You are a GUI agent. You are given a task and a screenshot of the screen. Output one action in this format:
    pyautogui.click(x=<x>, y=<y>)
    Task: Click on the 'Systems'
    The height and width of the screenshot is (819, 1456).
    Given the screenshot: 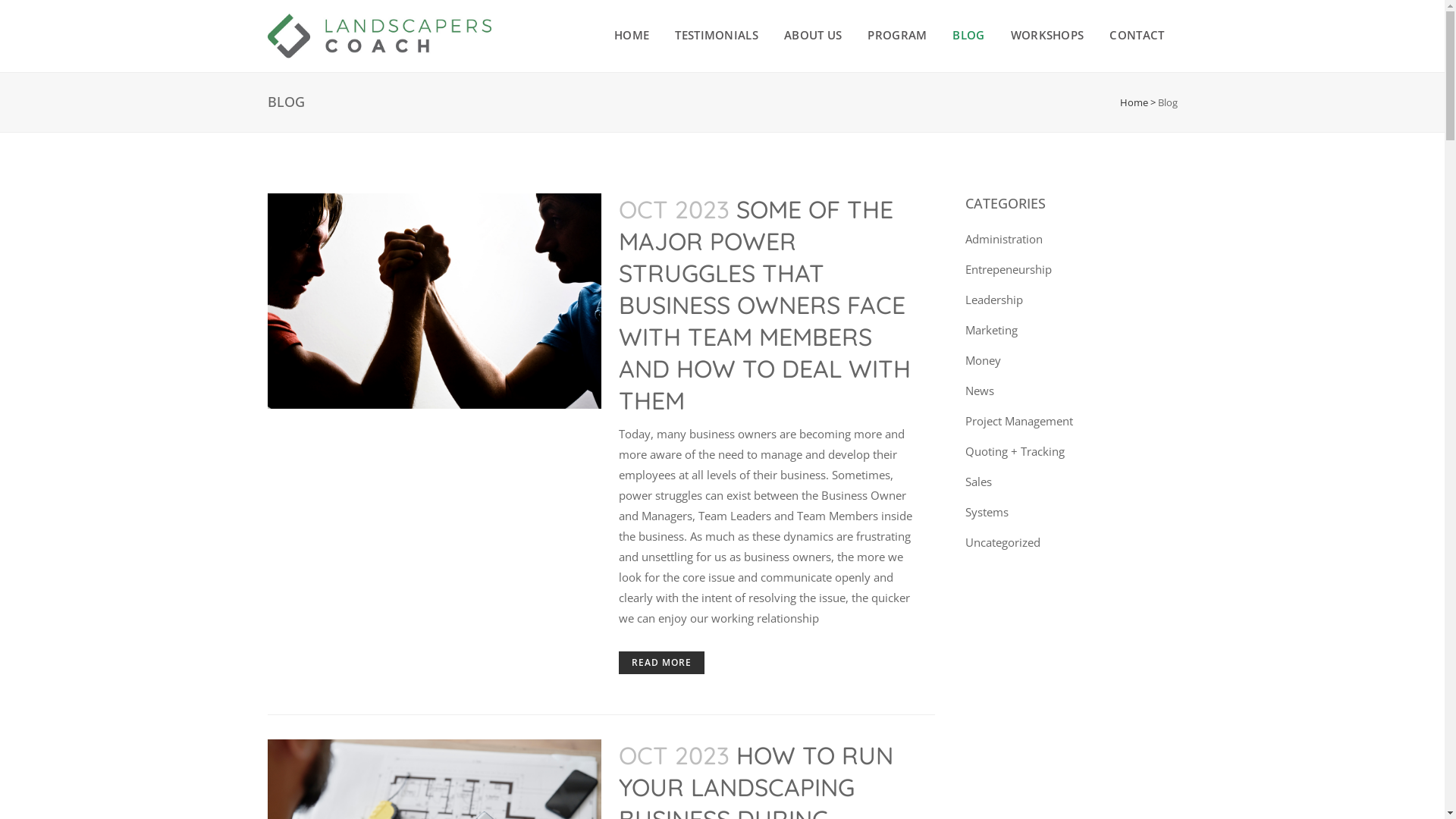 What is the action you would take?
    pyautogui.click(x=986, y=512)
    